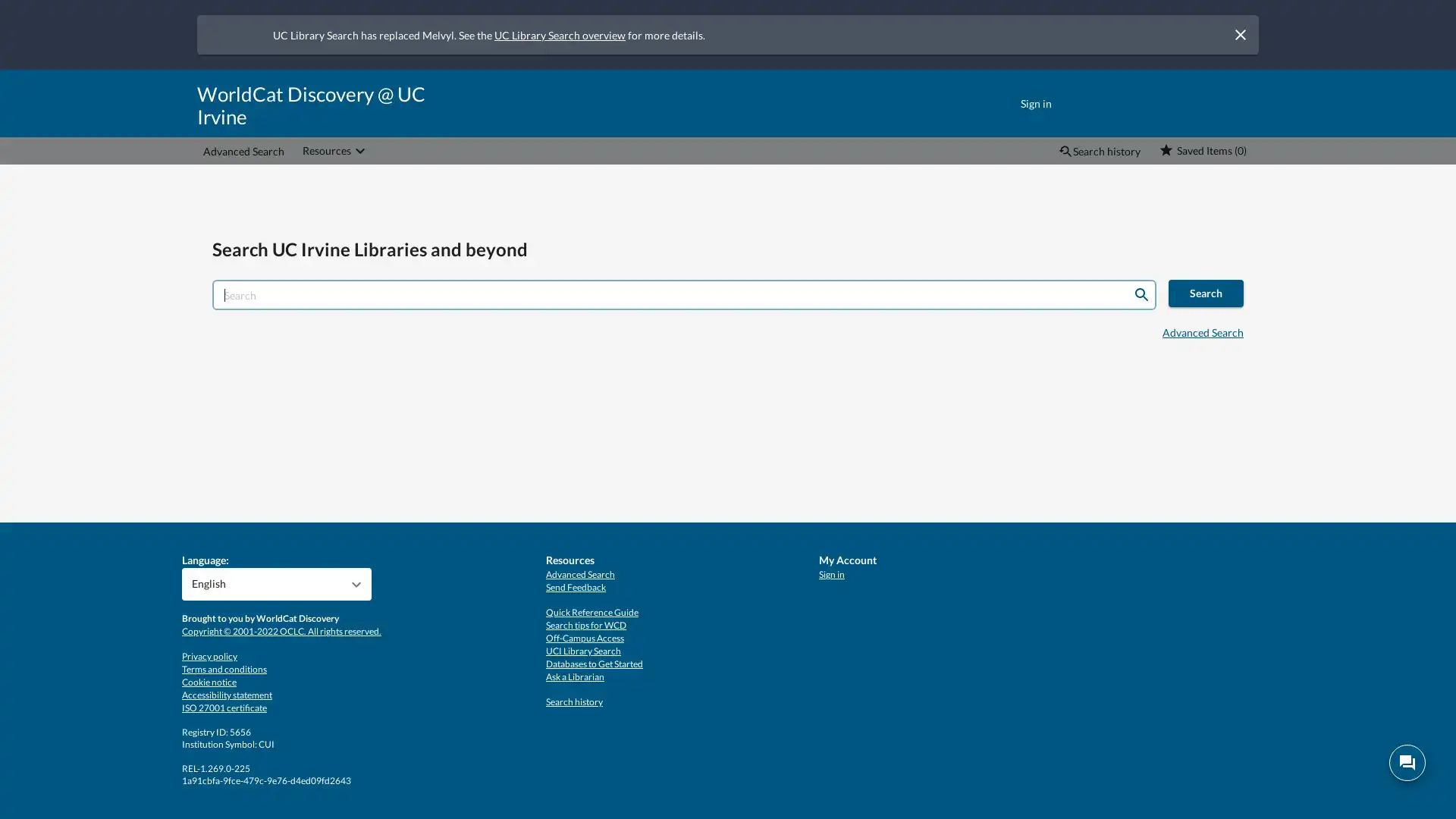 The image size is (1456, 819). Describe the element at coordinates (1141, 295) in the screenshot. I see `Search` at that location.